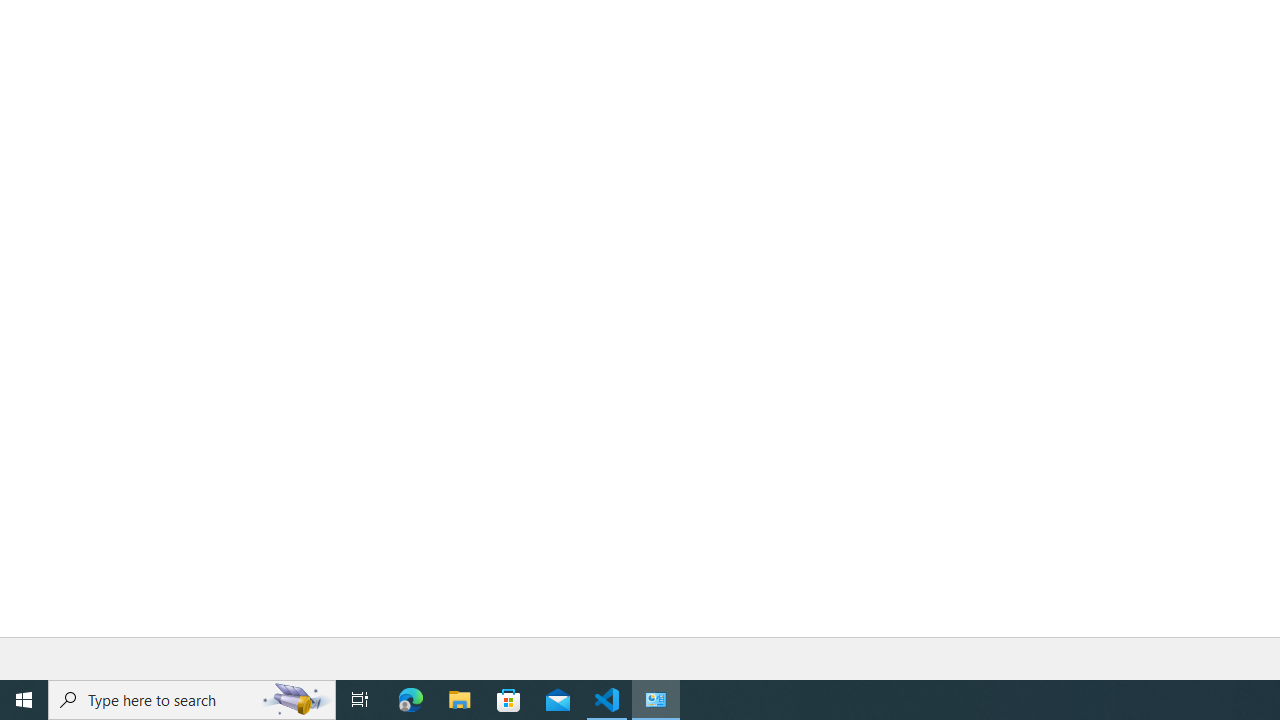 This screenshot has width=1280, height=720. Describe the element at coordinates (24, 698) in the screenshot. I see `'Start'` at that location.